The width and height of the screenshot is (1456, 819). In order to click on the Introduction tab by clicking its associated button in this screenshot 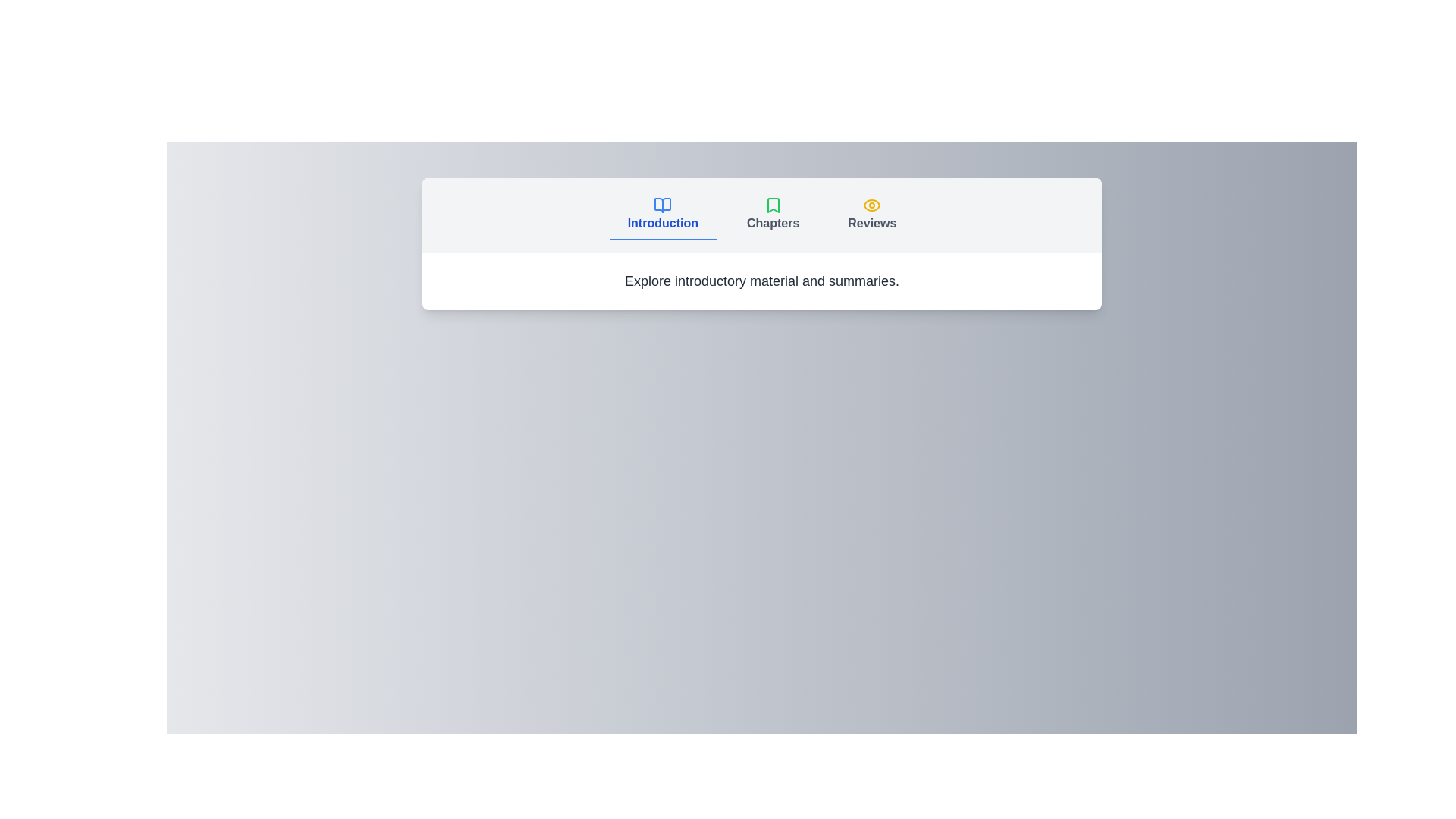, I will do `click(663, 215)`.